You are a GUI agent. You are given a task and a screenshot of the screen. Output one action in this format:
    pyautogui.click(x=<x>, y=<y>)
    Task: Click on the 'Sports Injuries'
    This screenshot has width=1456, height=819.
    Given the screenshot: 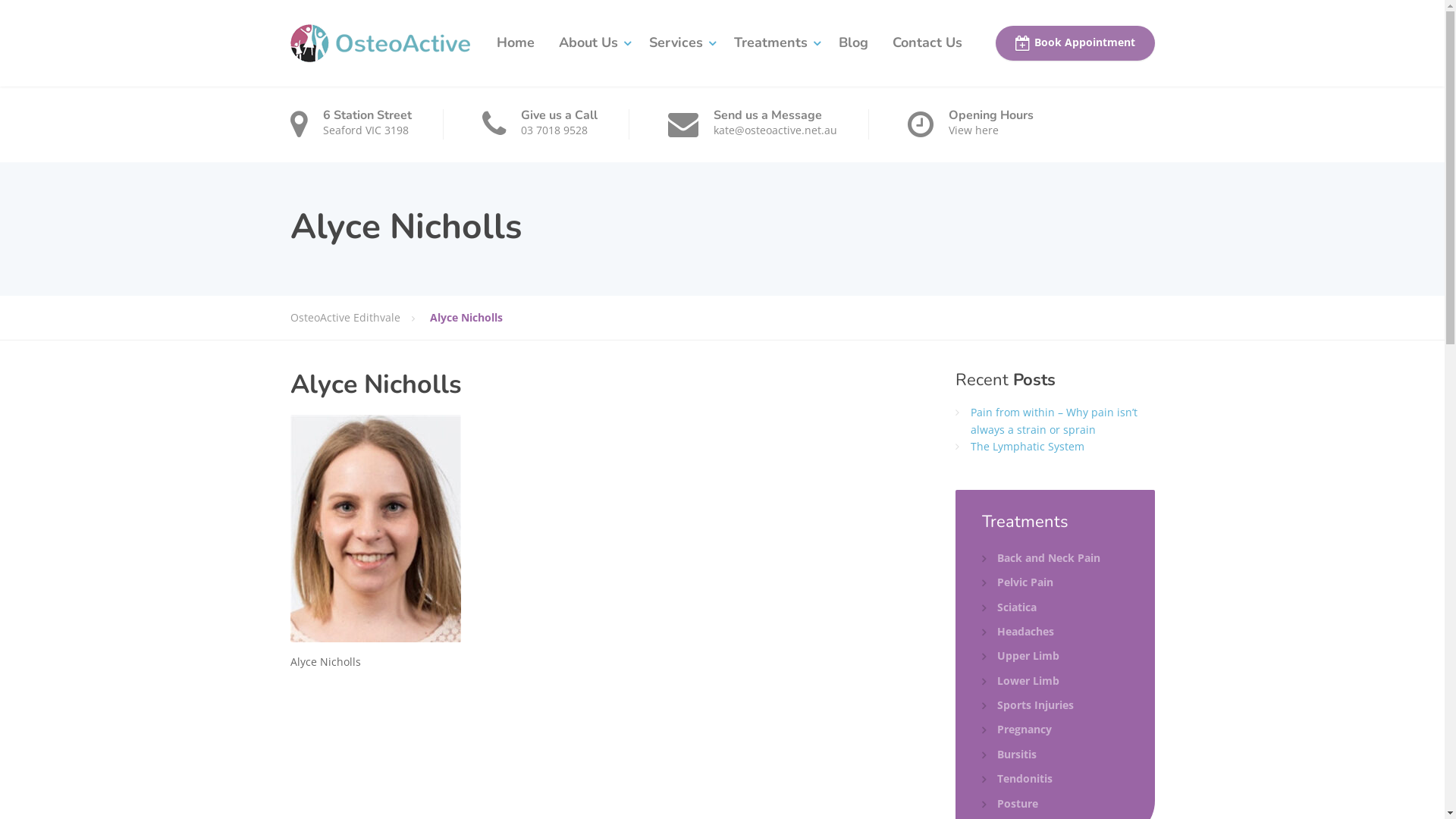 What is the action you would take?
    pyautogui.click(x=1028, y=704)
    